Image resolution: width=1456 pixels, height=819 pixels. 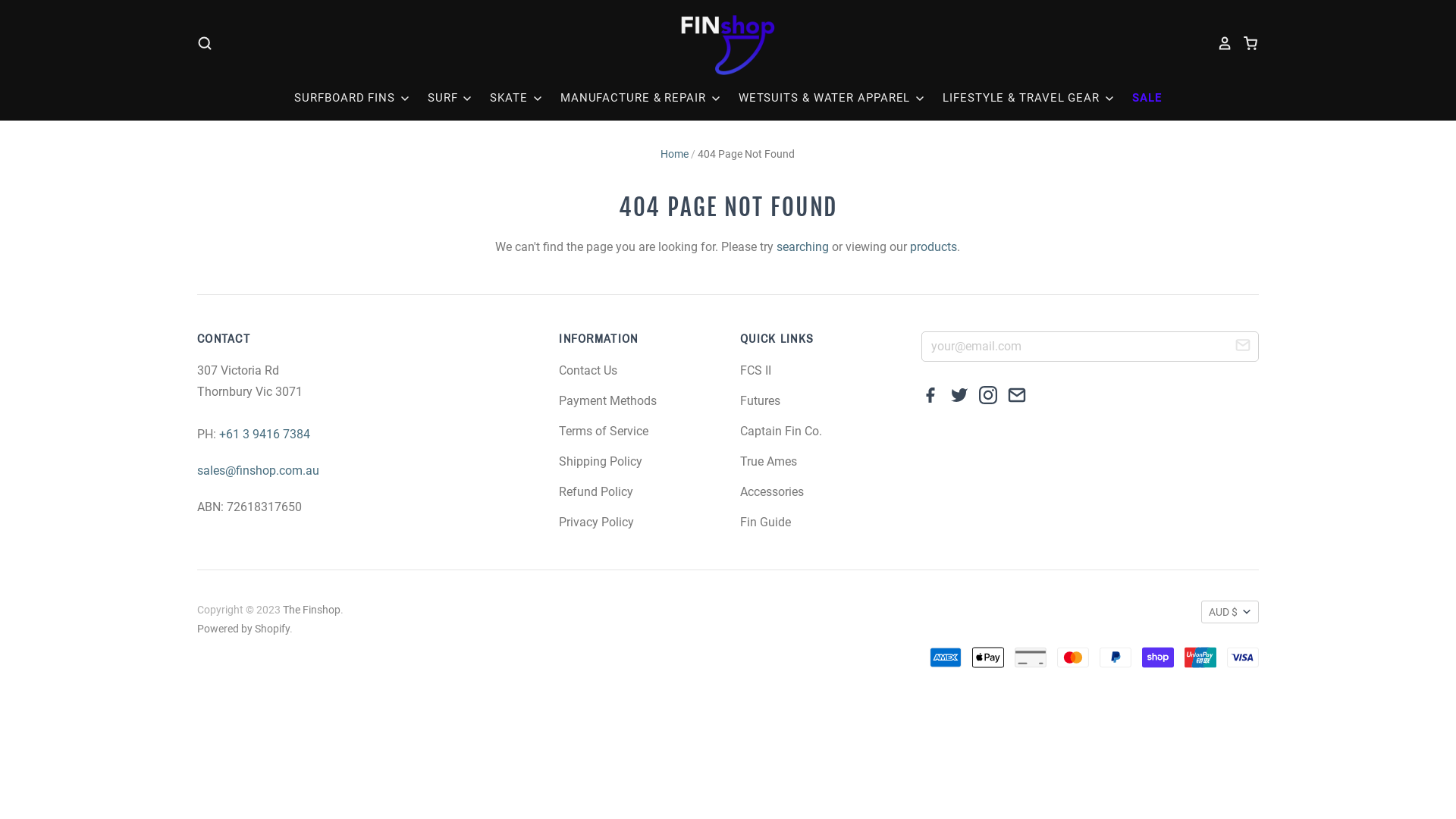 What do you see at coordinates (802, 246) in the screenshot?
I see `'searching'` at bounding box center [802, 246].